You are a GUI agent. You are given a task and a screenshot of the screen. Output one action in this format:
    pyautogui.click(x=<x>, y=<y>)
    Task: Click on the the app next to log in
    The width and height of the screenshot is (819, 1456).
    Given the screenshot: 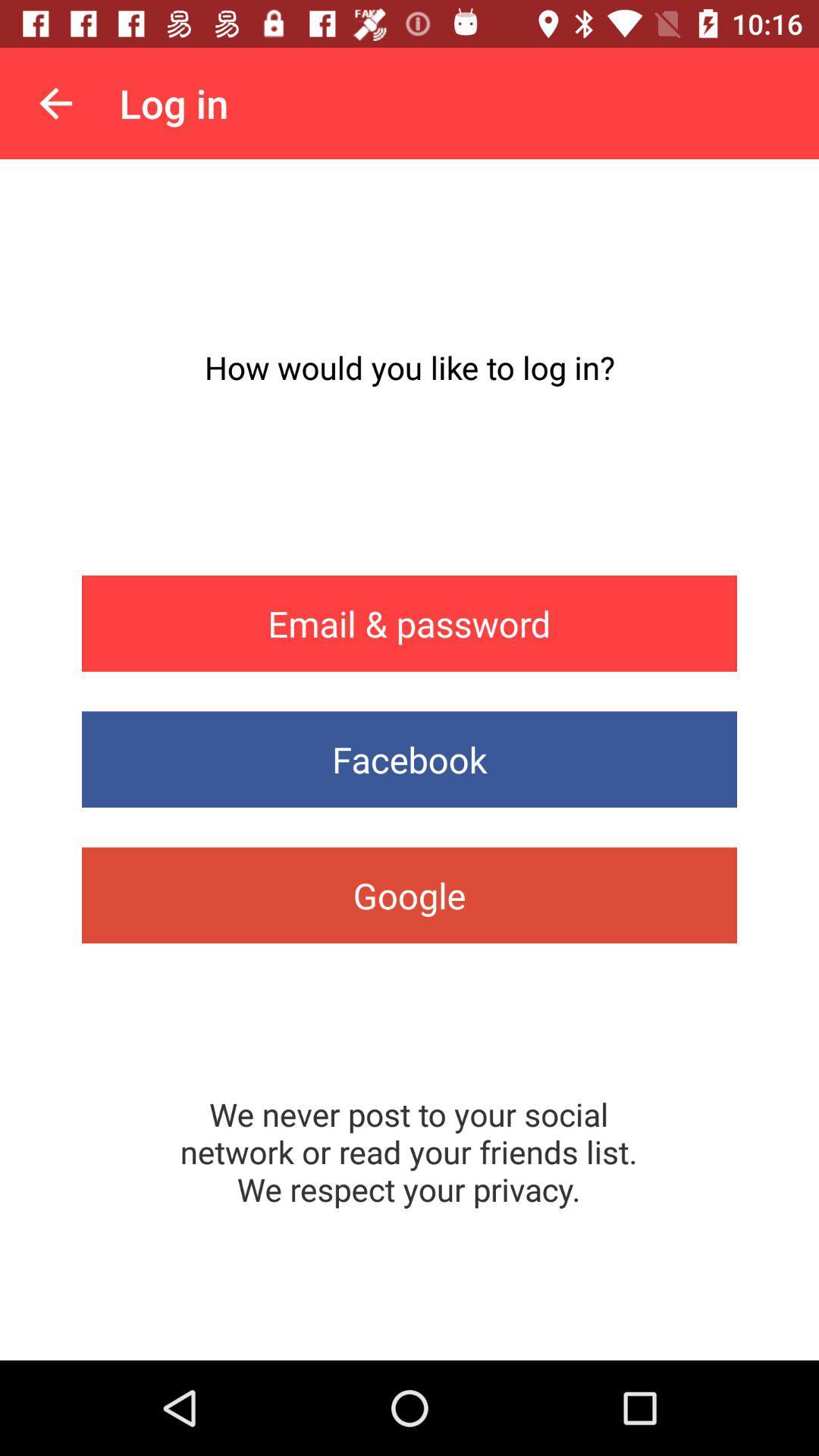 What is the action you would take?
    pyautogui.click(x=55, y=102)
    